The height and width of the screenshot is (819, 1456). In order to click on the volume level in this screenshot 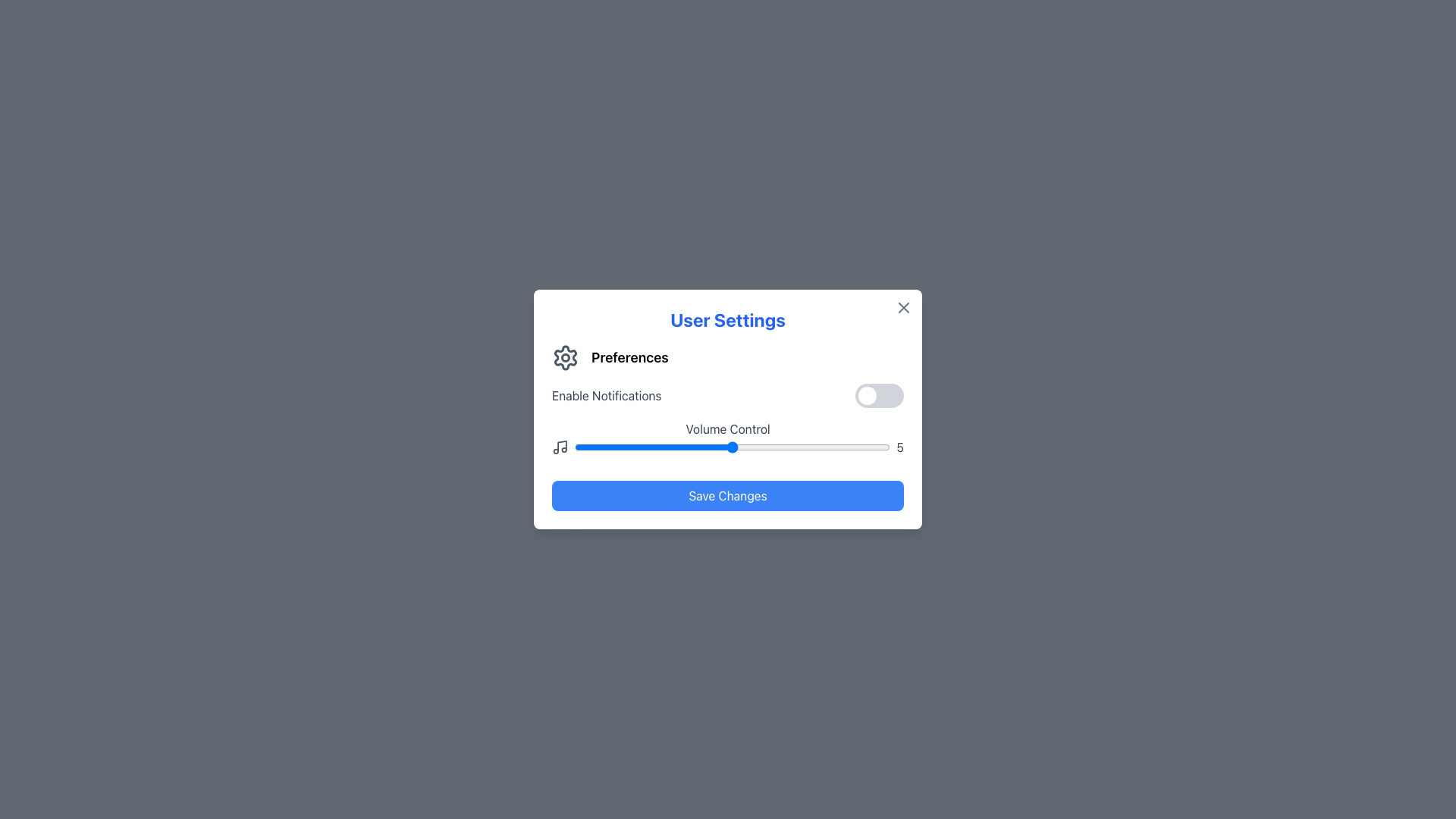, I will do `click(858, 447)`.